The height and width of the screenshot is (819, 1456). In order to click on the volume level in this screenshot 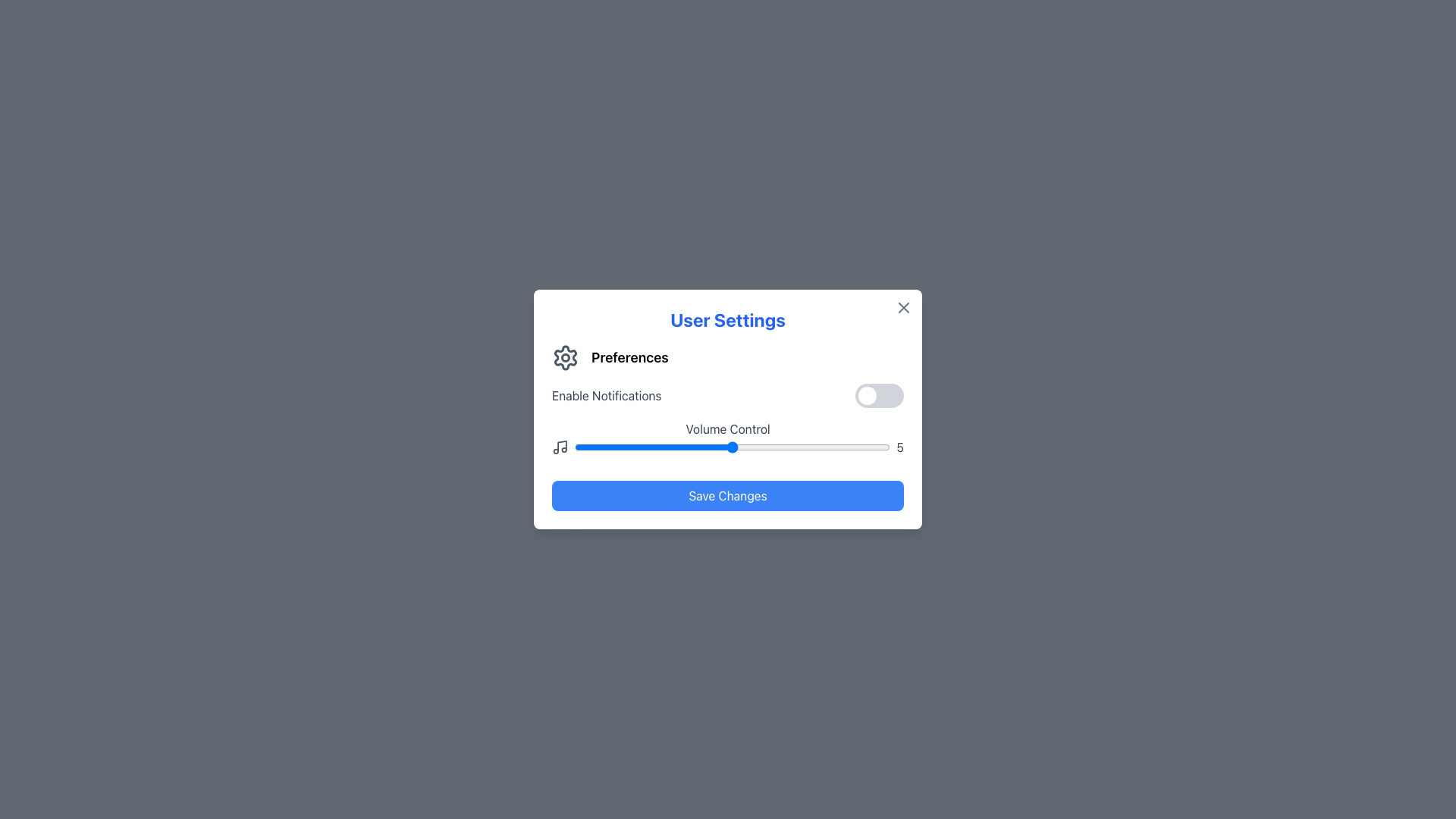, I will do `click(858, 447)`.